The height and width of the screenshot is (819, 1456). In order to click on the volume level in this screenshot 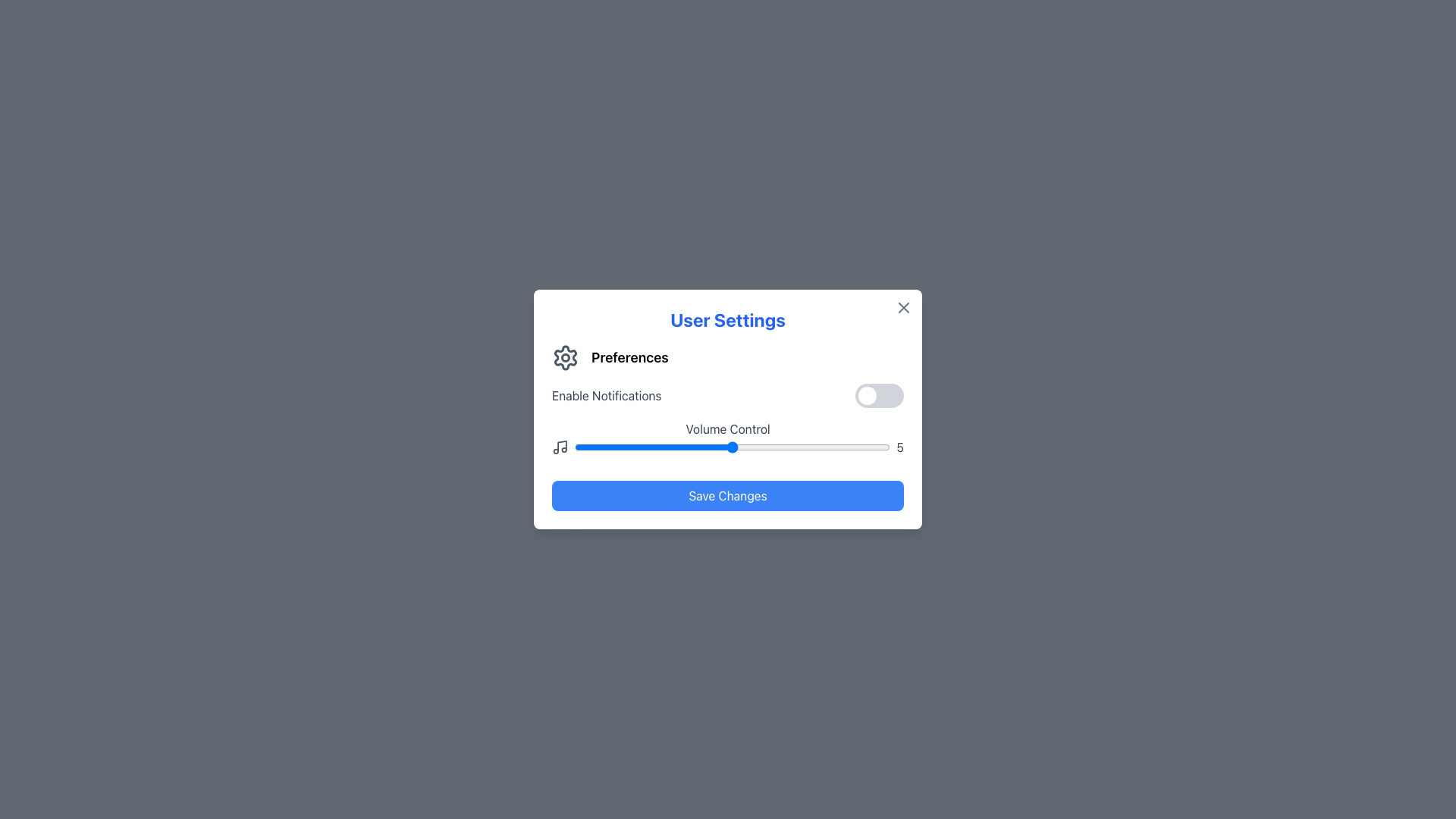, I will do `click(858, 447)`.